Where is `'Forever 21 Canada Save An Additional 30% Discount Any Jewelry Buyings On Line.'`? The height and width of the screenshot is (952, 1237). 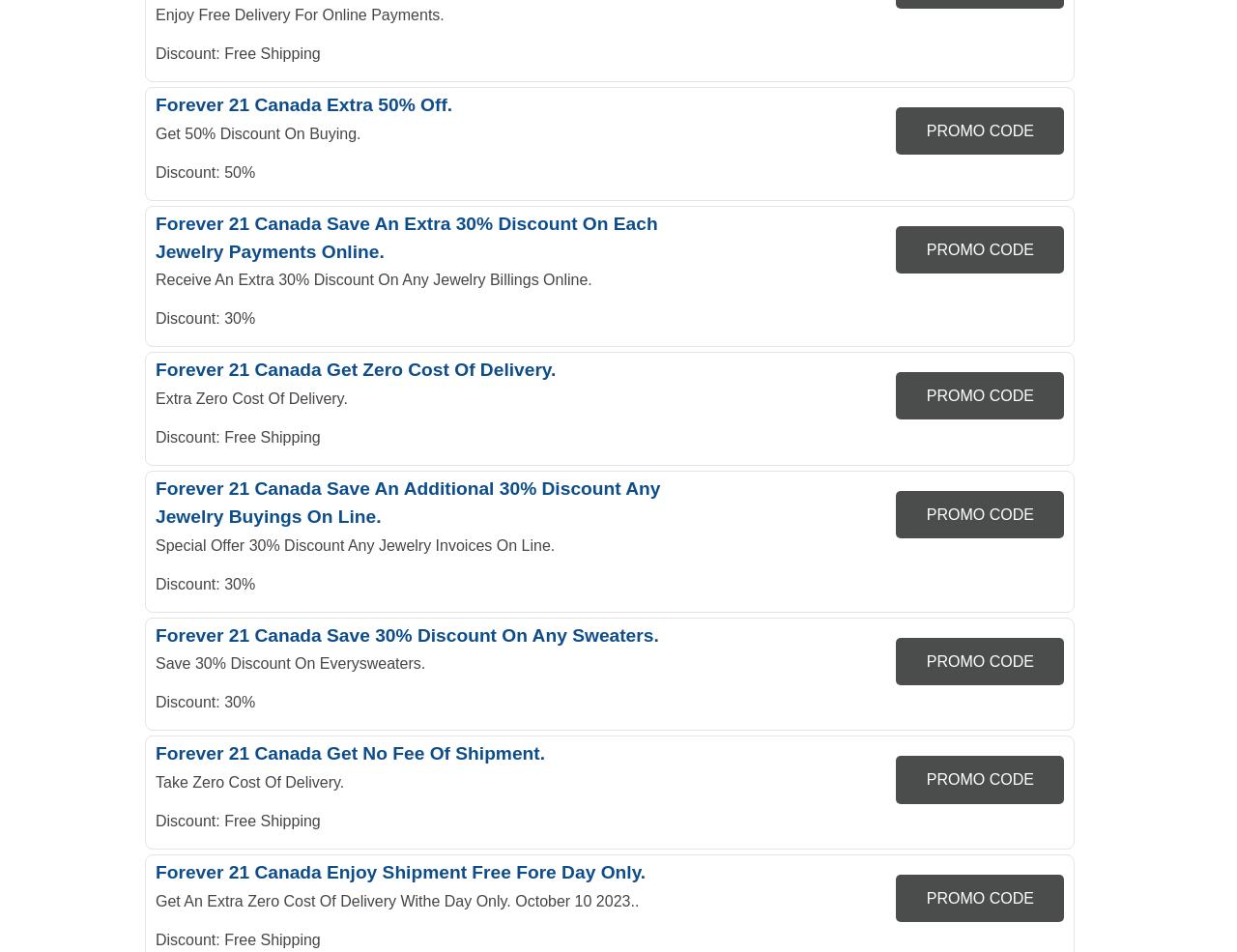
'Forever 21 Canada Save An Additional 30% Discount Any Jewelry Buyings On Line.' is located at coordinates (407, 502).